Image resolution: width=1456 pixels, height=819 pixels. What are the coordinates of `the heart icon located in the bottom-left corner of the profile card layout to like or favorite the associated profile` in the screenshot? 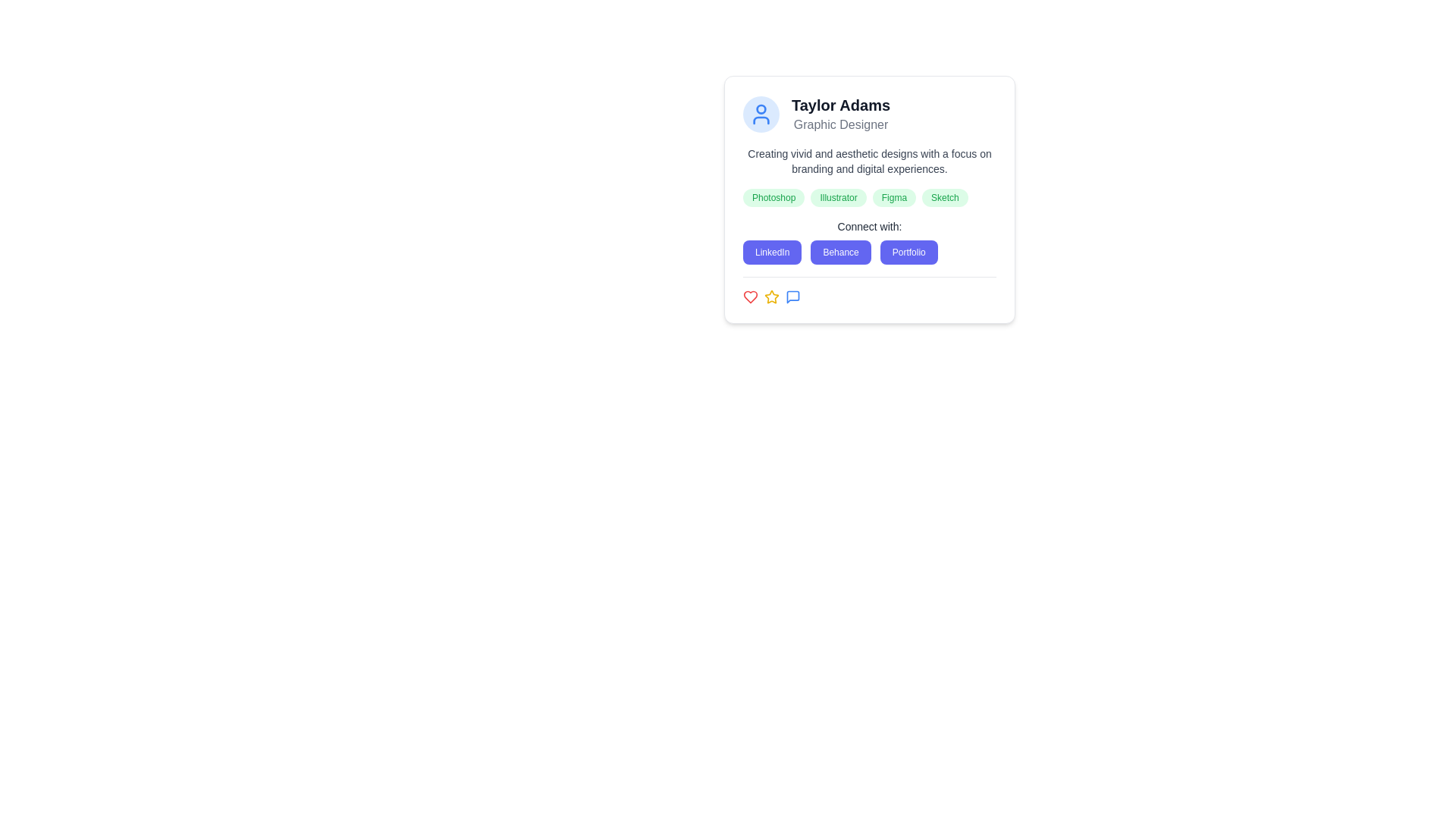 It's located at (750, 297).